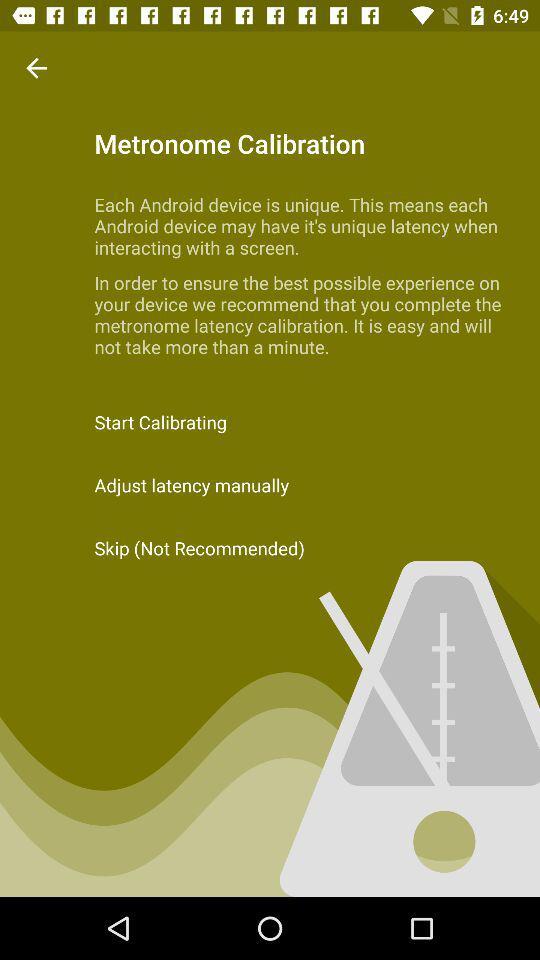 Image resolution: width=540 pixels, height=960 pixels. Describe the element at coordinates (36, 68) in the screenshot. I see `item at the top left corner` at that location.